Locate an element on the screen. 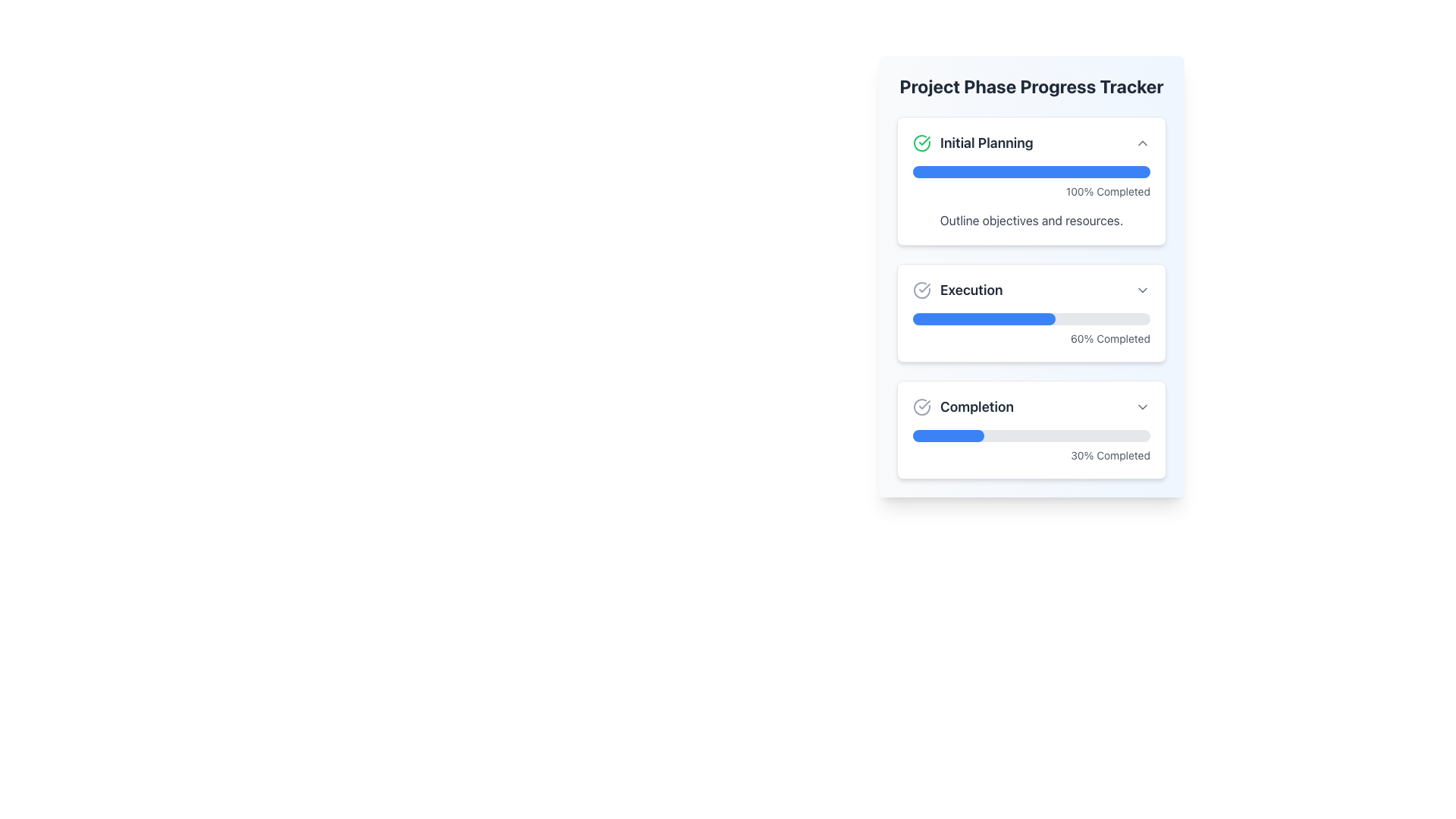 The image size is (1456, 819). the progress bar and completion percentage on the Information card titled 'Execution', which shows a blue progress bar indicating 60% completion and the text '60% Completed' in gray font is located at coordinates (1031, 312).